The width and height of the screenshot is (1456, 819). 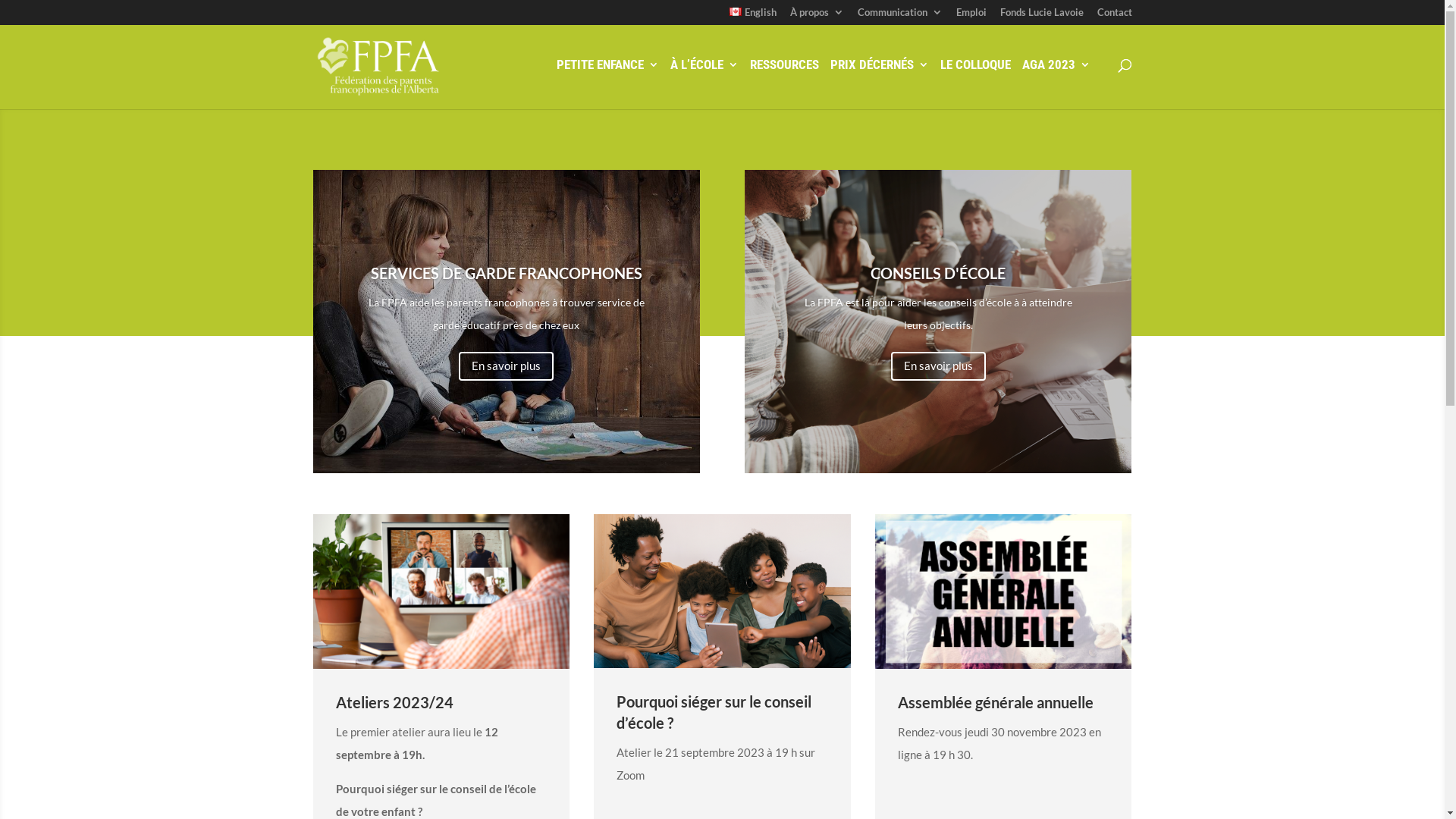 What do you see at coordinates (506, 271) in the screenshot?
I see `'SERVICES DE GARDE FRANCOPHONES'` at bounding box center [506, 271].